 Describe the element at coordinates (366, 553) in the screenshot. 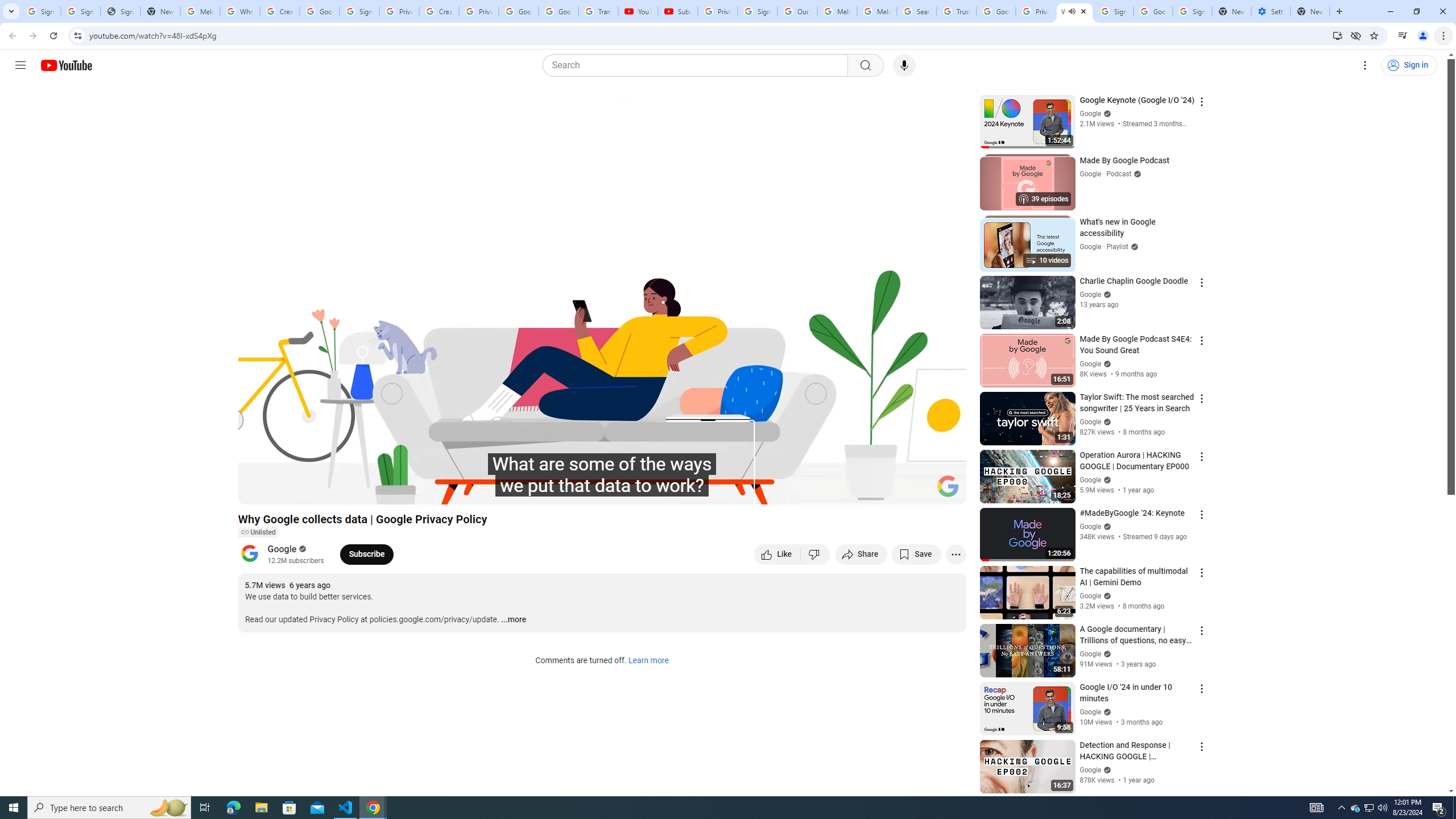

I see `'Subscribe to Google.'` at that location.